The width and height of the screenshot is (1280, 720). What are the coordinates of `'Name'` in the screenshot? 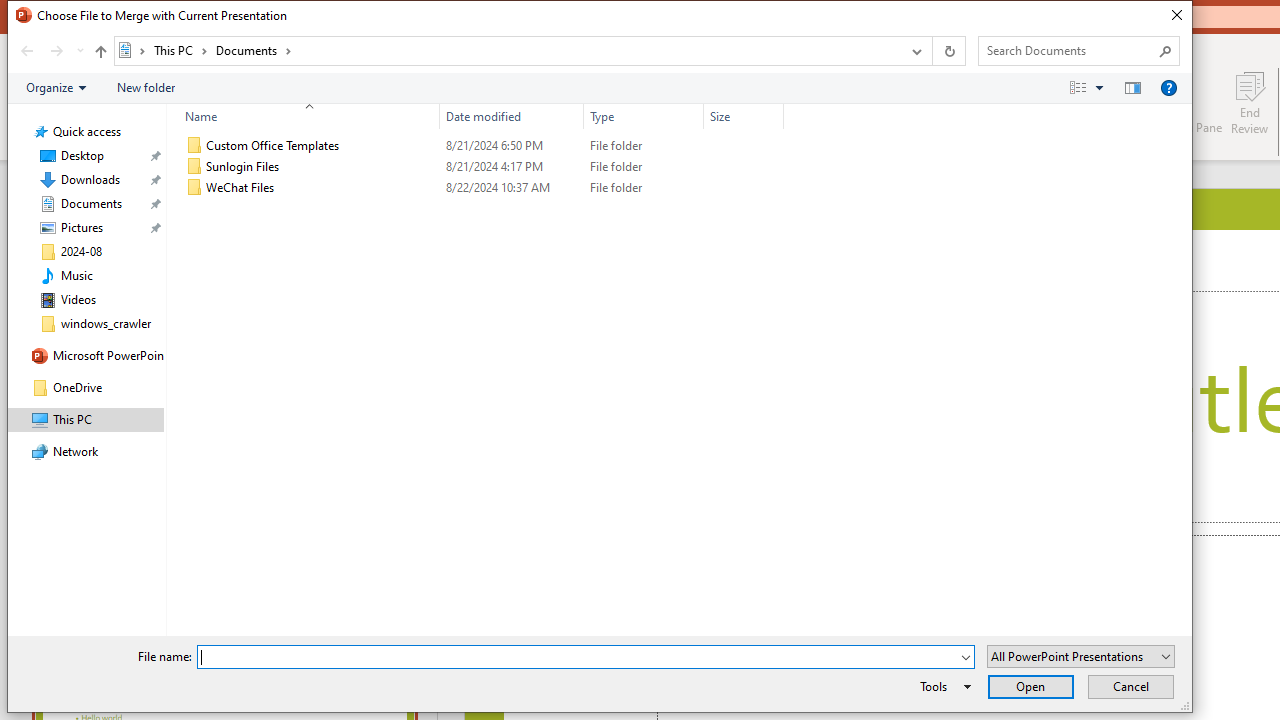 It's located at (303, 116).